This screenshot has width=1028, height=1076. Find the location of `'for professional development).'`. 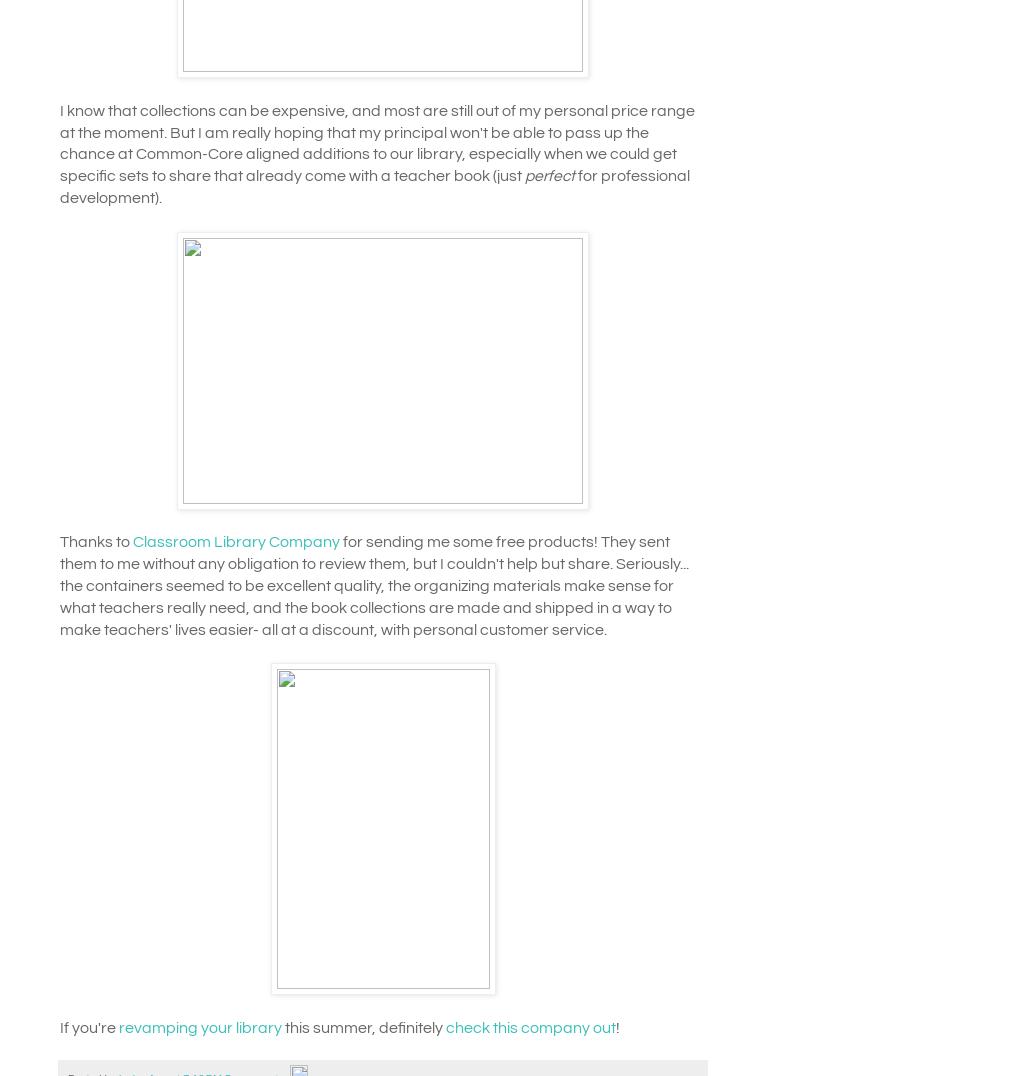

'for professional development).' is located at coordinates (60, 186).